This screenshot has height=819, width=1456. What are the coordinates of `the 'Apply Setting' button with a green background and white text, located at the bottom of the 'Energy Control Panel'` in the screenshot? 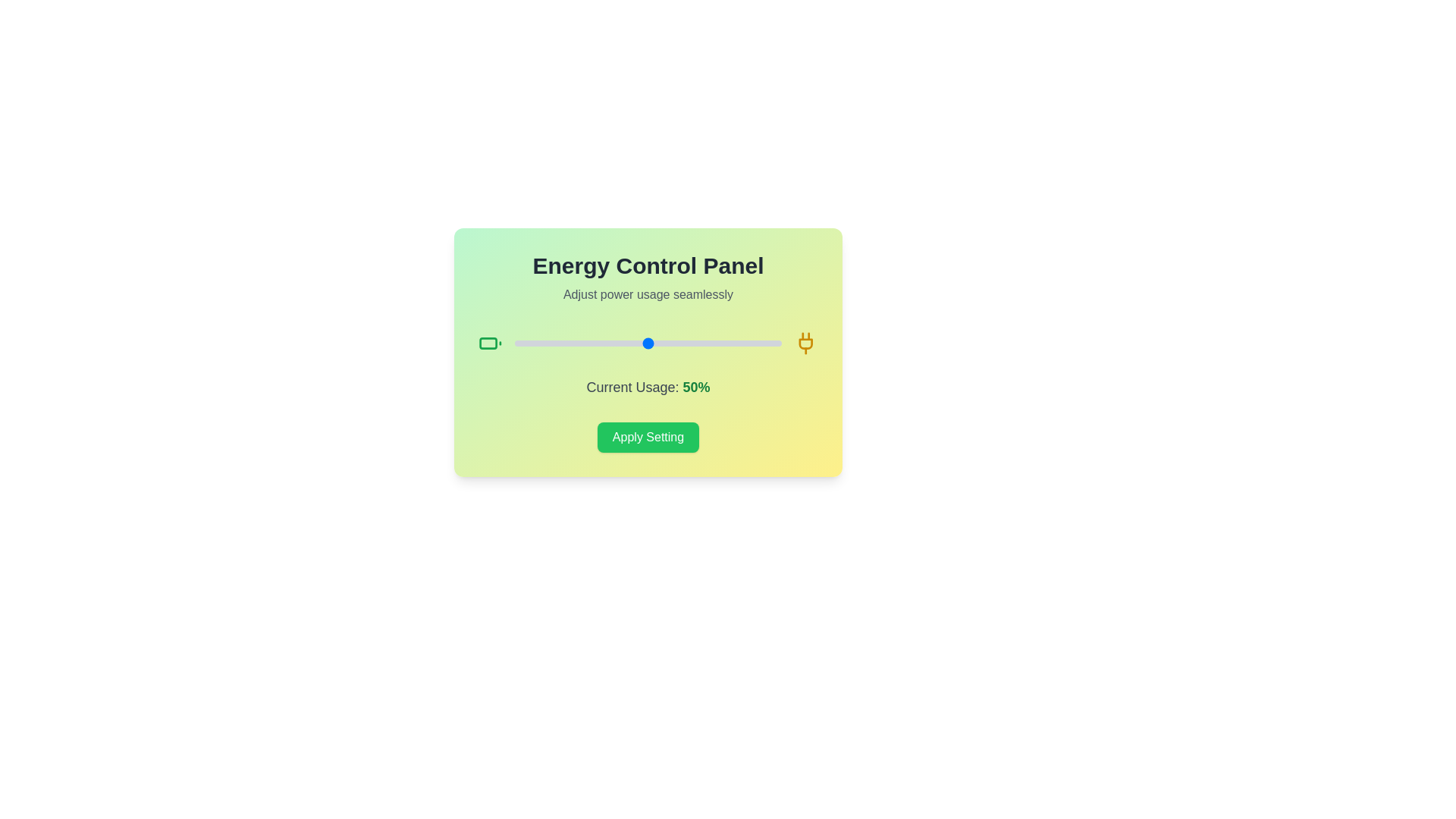 It's located at (648, 438).